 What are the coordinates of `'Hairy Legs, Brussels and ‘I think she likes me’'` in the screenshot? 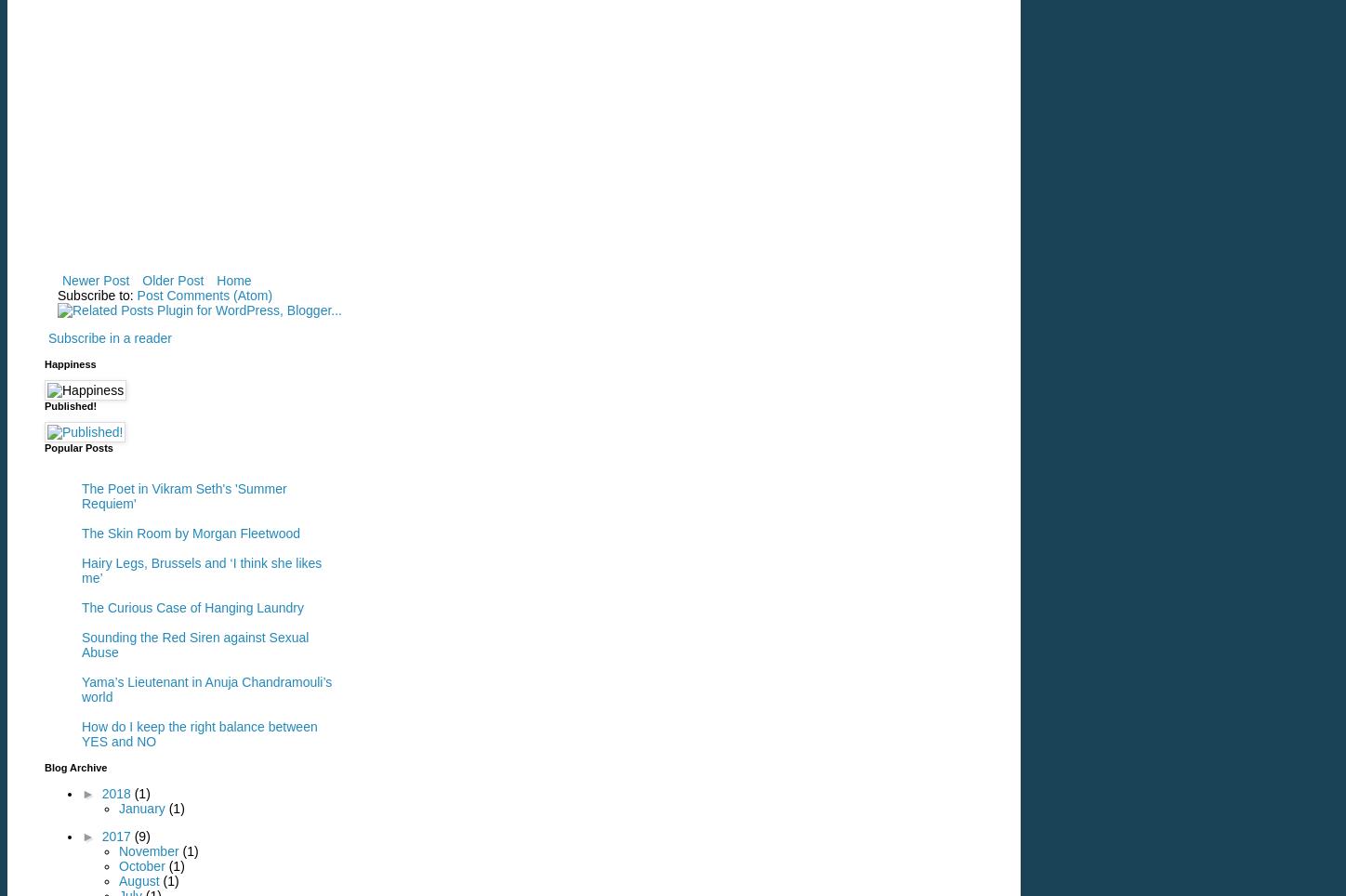 It's located at (202, 570).